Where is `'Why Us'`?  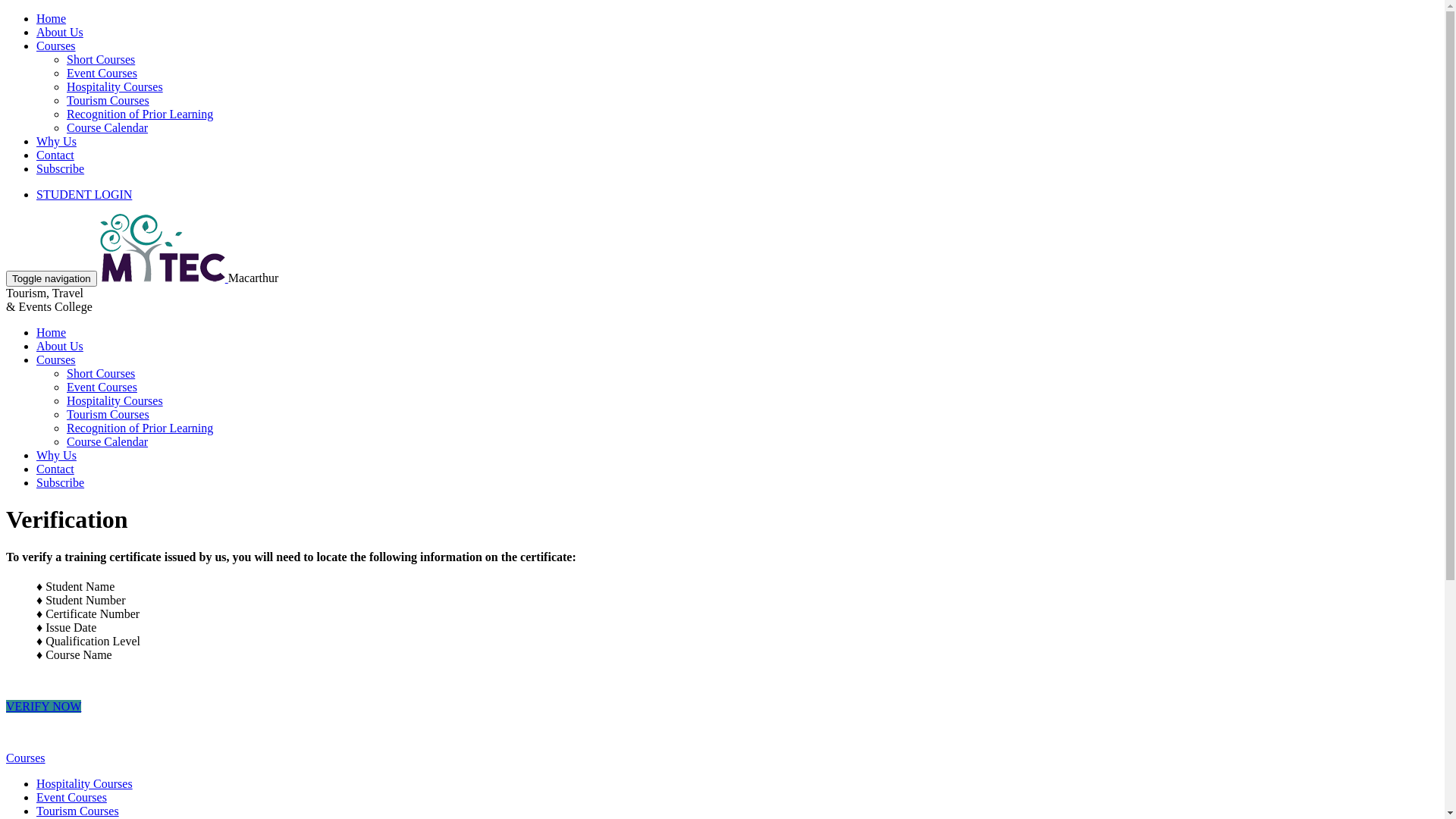
'Why Us' is located at coordinates (56, 141).